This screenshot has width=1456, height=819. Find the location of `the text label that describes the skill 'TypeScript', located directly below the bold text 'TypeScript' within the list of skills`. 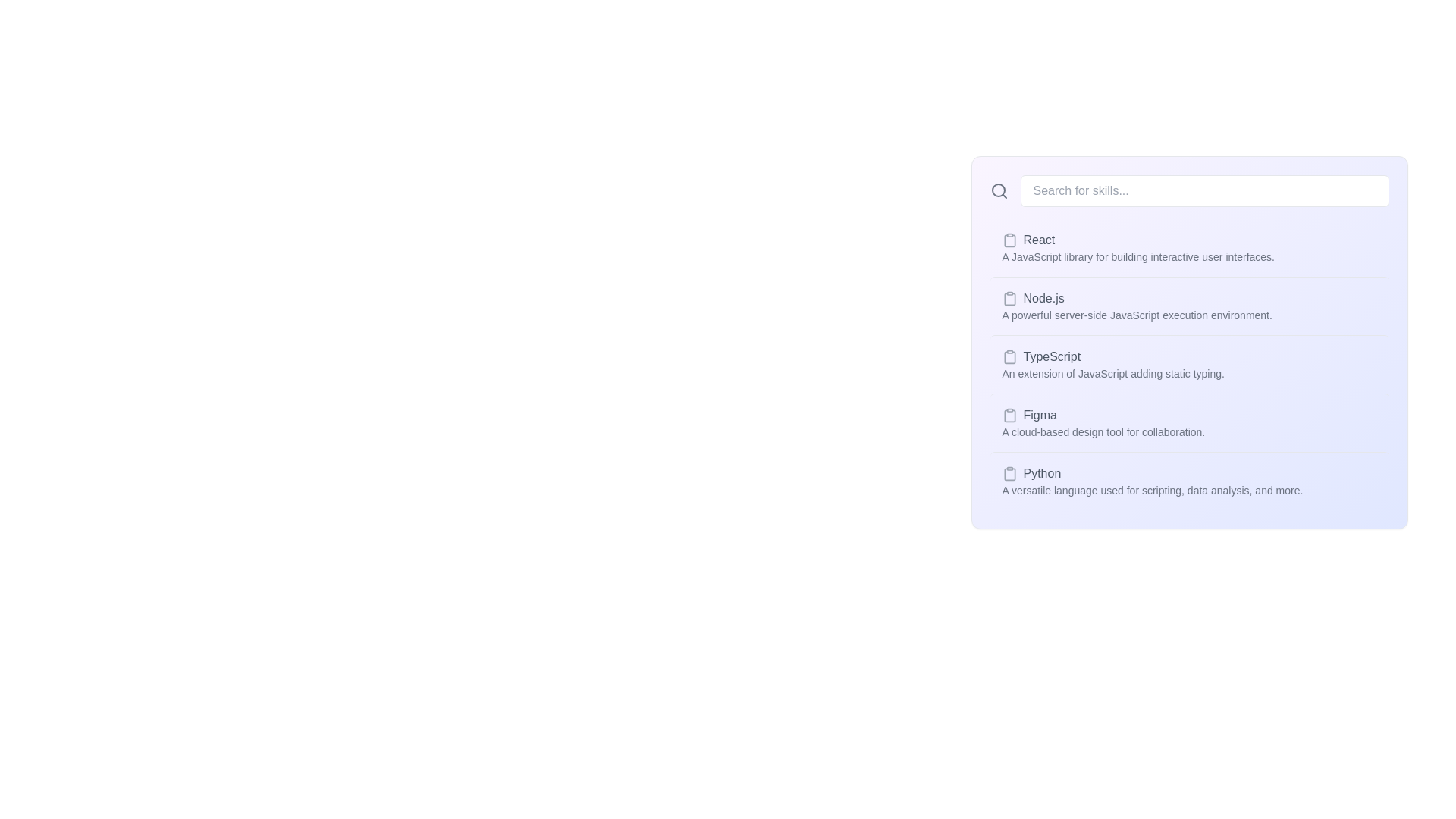

the text label that describes the skill 'TypeScript', located directly below the bold text 'TypeScript' within the list of skills is located at coordinates (1113, 374).